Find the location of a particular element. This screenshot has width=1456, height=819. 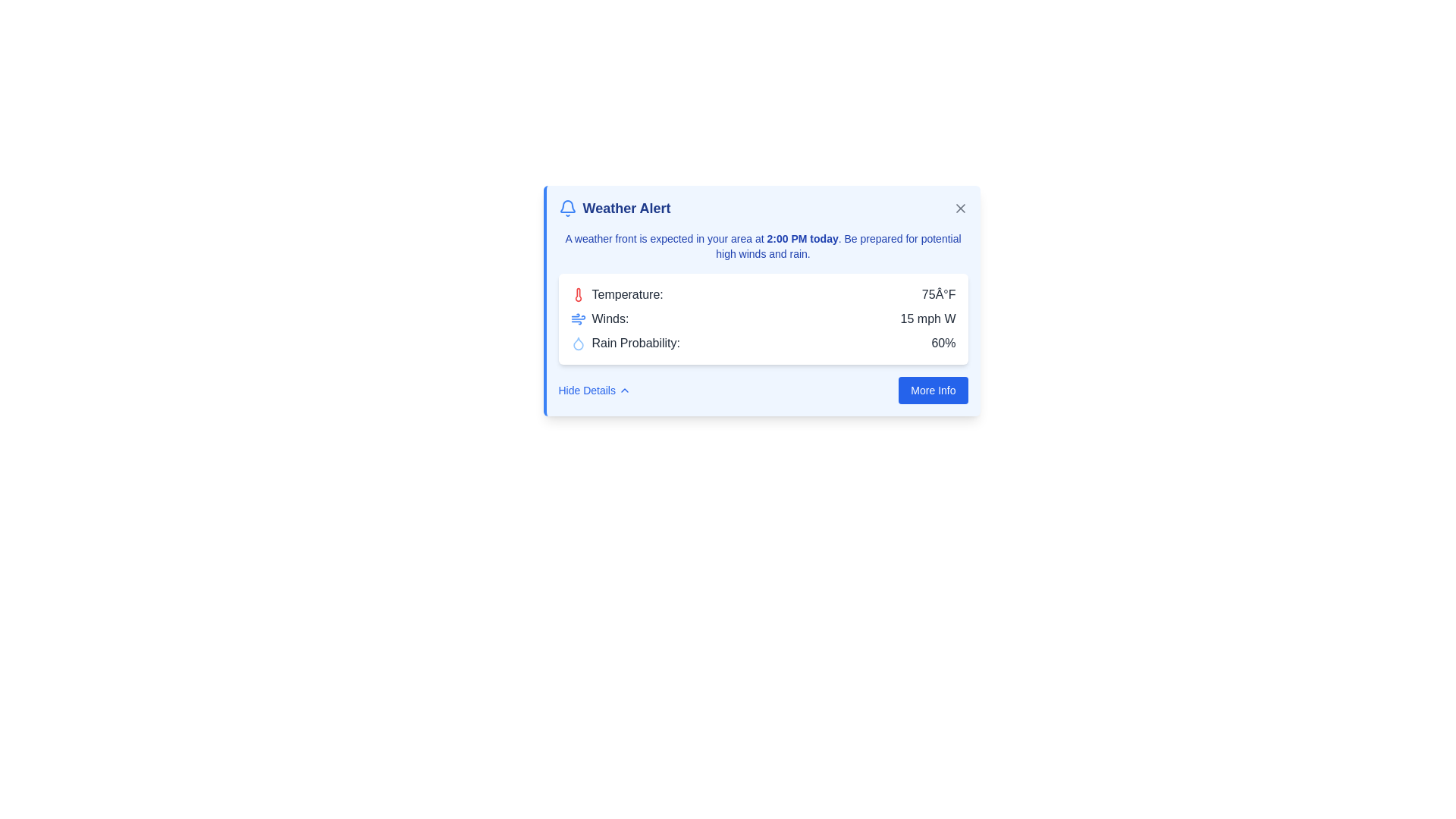

the weather alert title label located in the upper left portion of the notification box is located at coordinates (614, 208).